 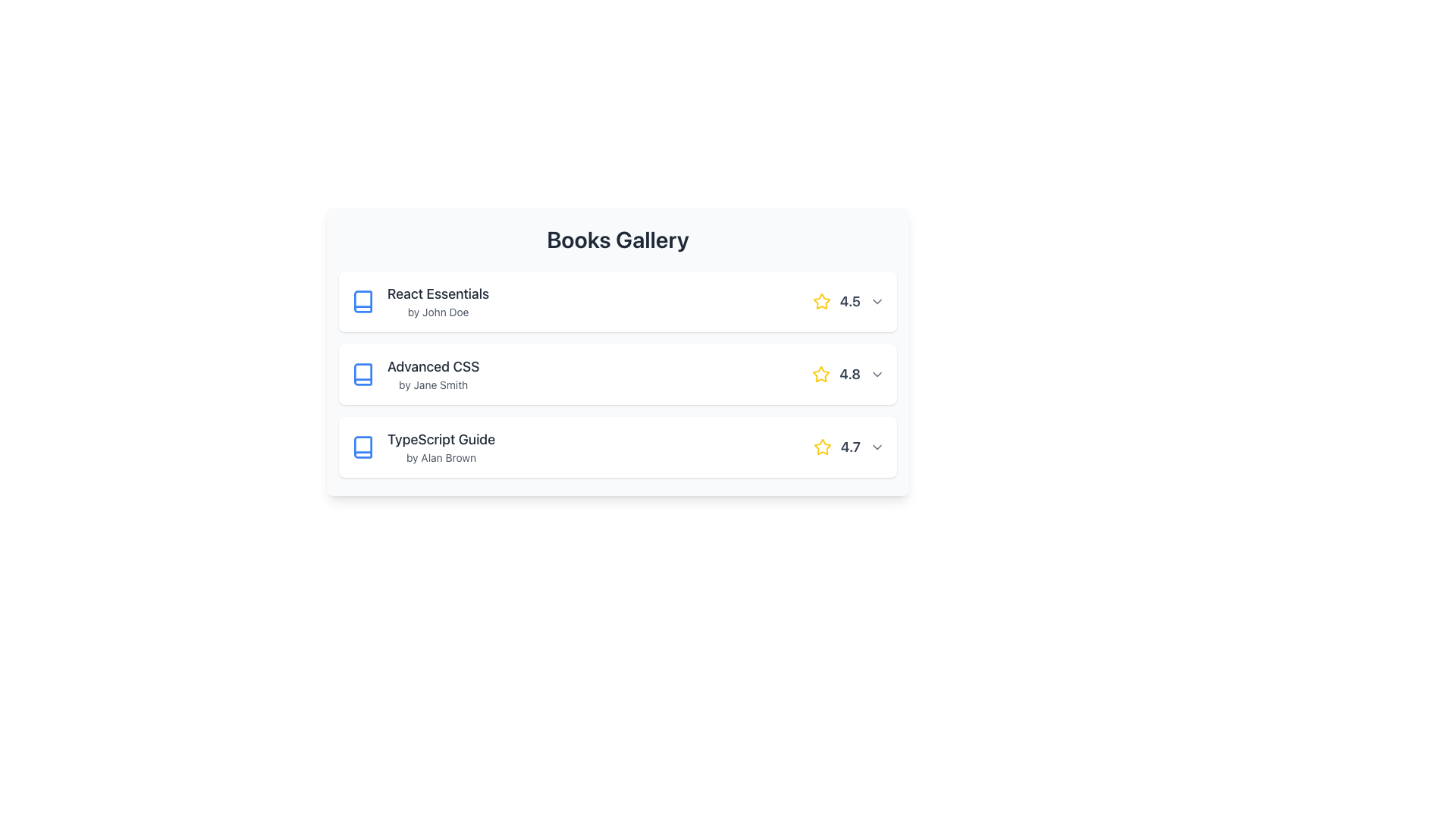 I want to click on the blue book icon located to the left of the text 'React Essentials by John Doe' in the 'Books Gallery' section, so click(x=362, y=301).